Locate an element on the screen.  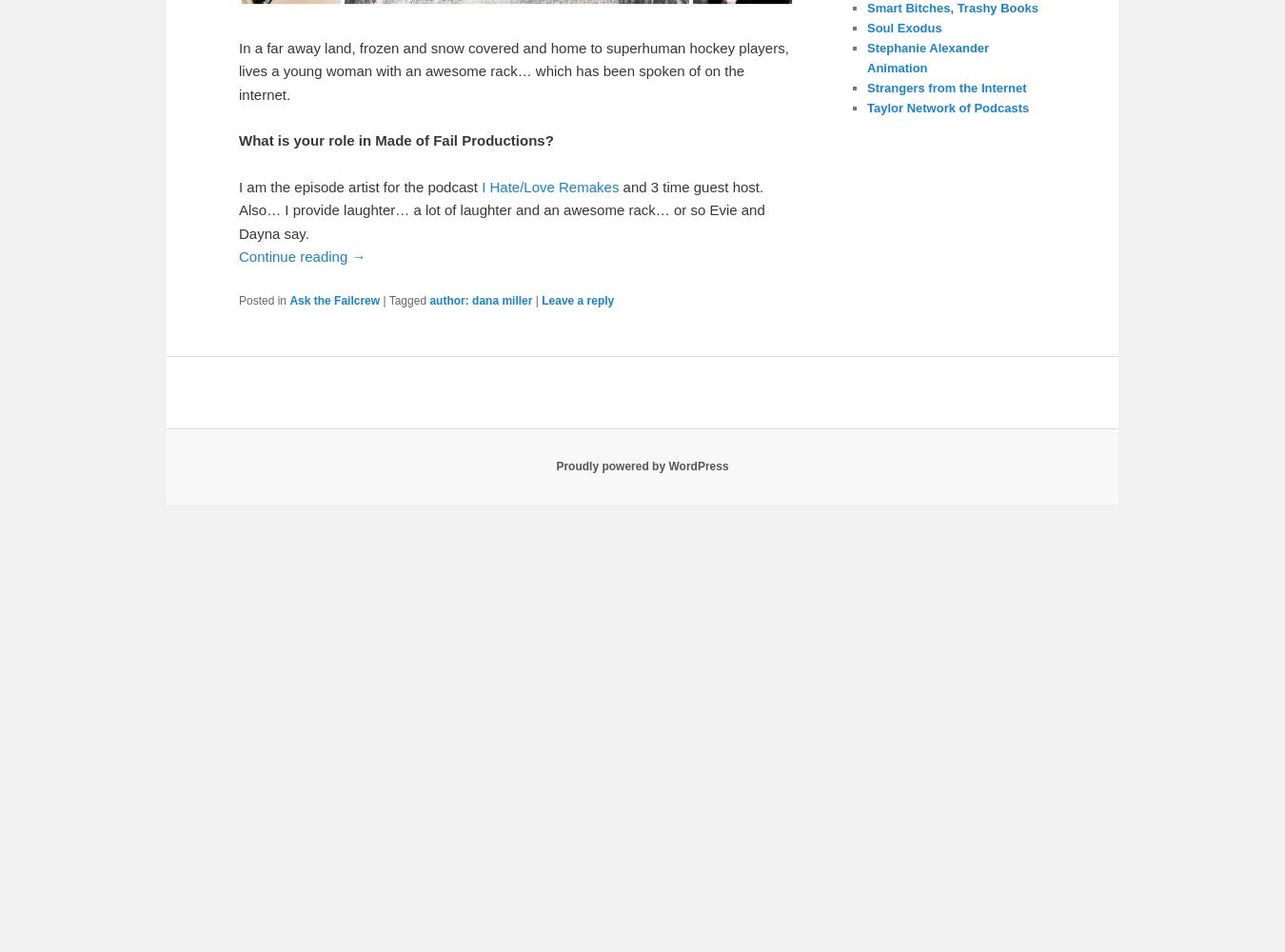
'Ask the Failcrew' is located at coordinates (334, 299).